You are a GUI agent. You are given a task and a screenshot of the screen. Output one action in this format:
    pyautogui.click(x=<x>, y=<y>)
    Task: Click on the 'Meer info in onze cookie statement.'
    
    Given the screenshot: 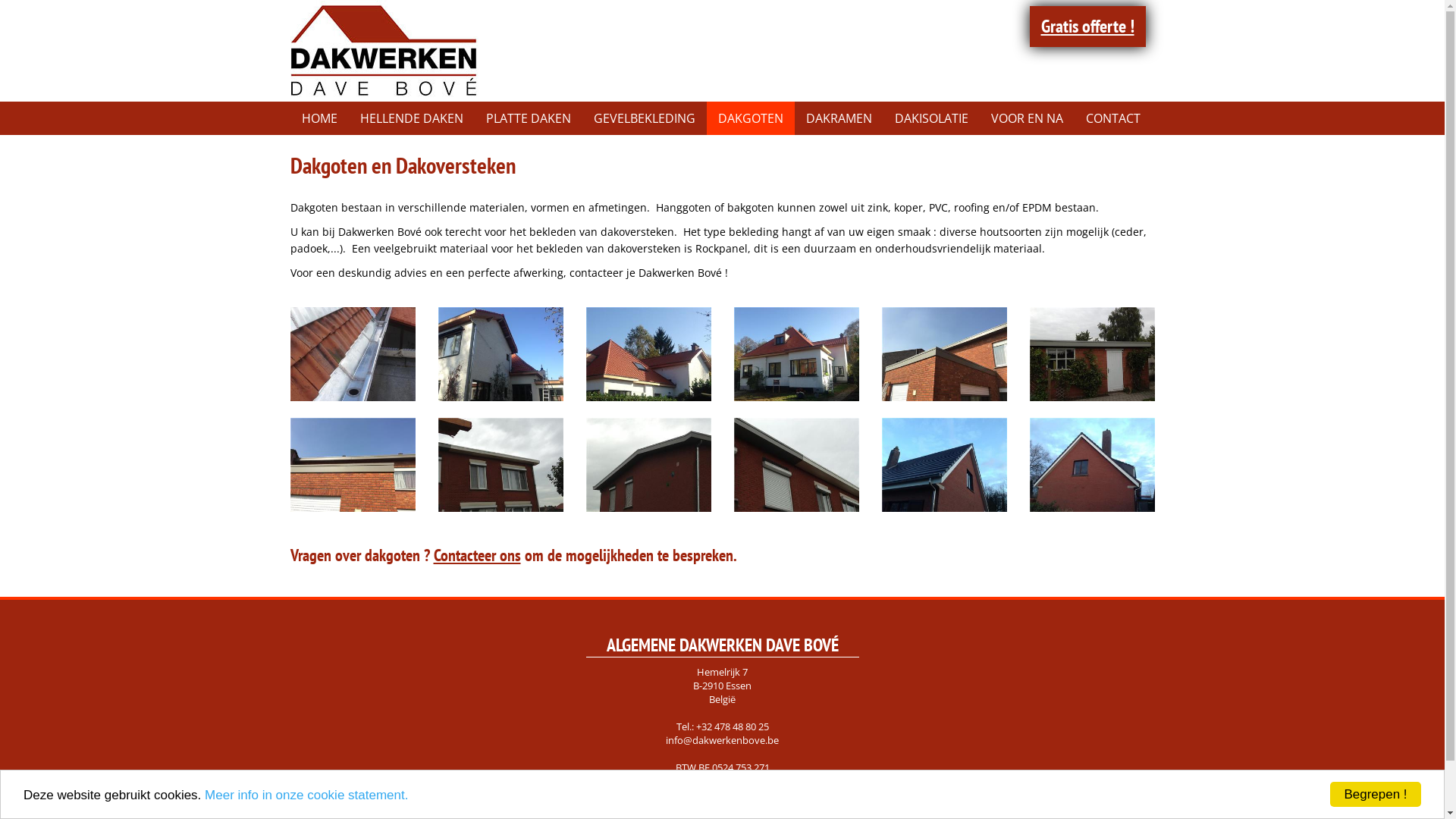 What is the action you would take?
    pyautogui.click(x=305, y=793)
    